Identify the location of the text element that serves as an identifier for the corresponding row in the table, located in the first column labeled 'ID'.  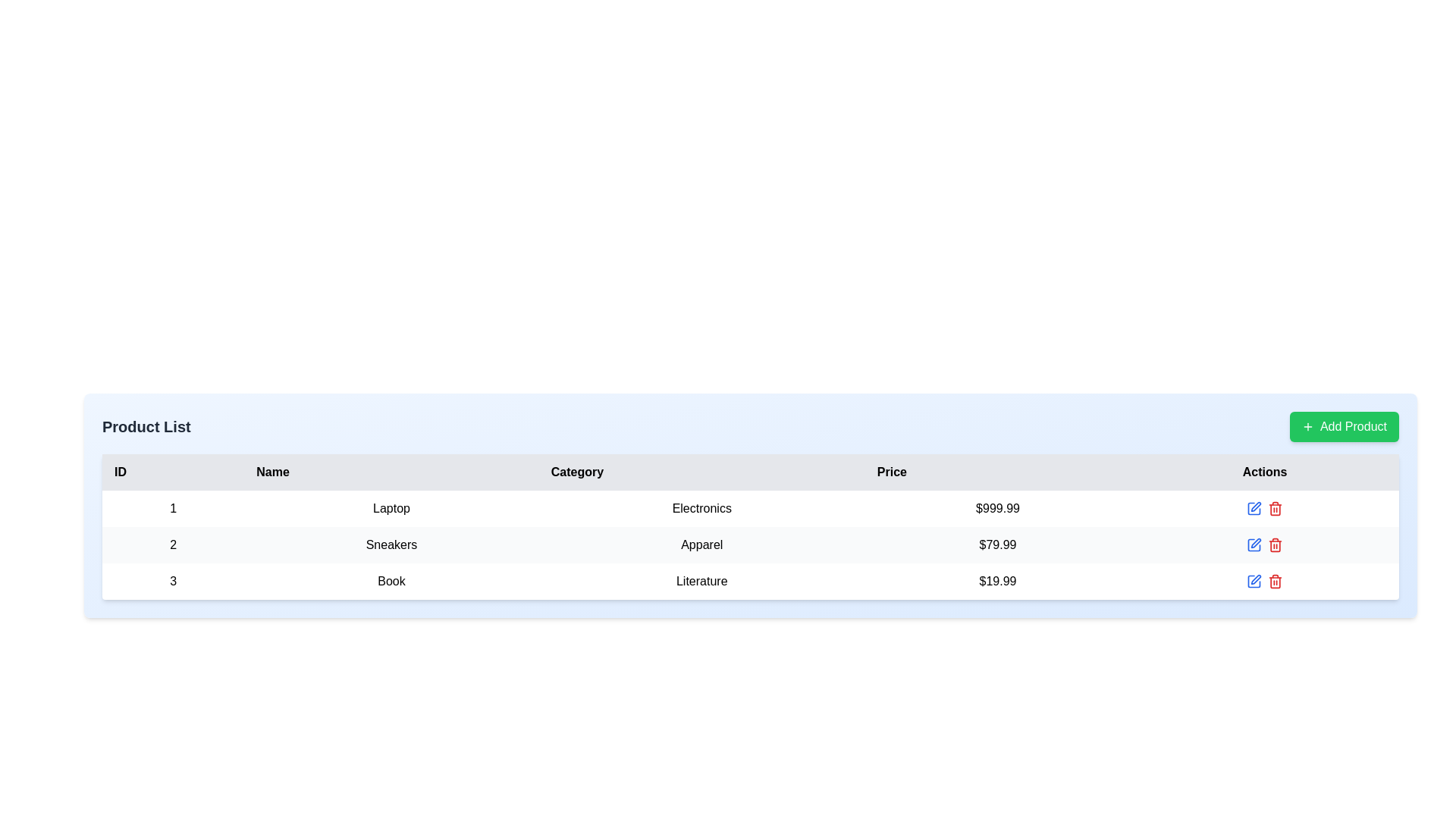
(173, 509).